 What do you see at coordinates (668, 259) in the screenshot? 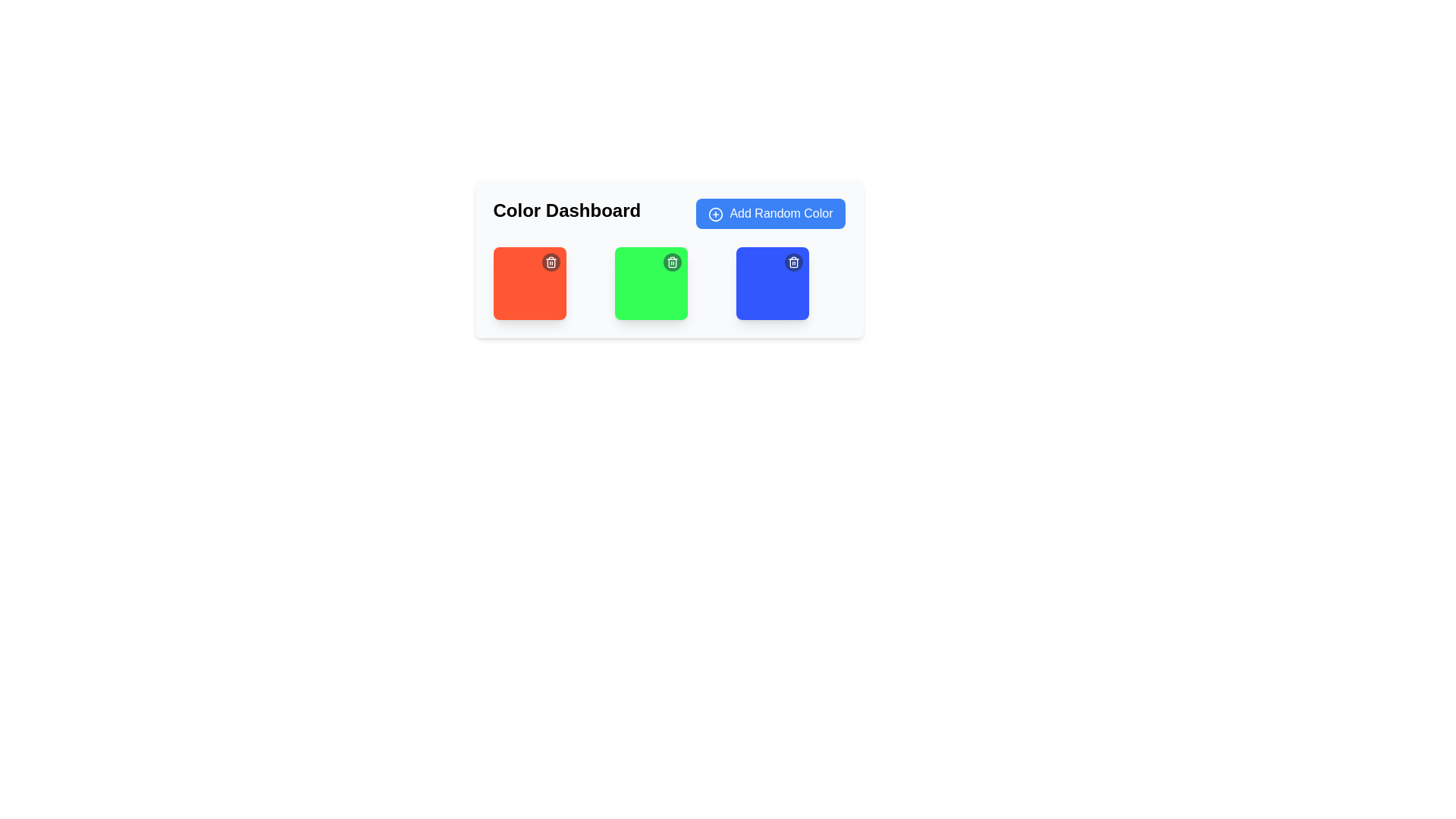
I see `the delete icon located within the Color Dashboard card` at bounding box center [668, 259].